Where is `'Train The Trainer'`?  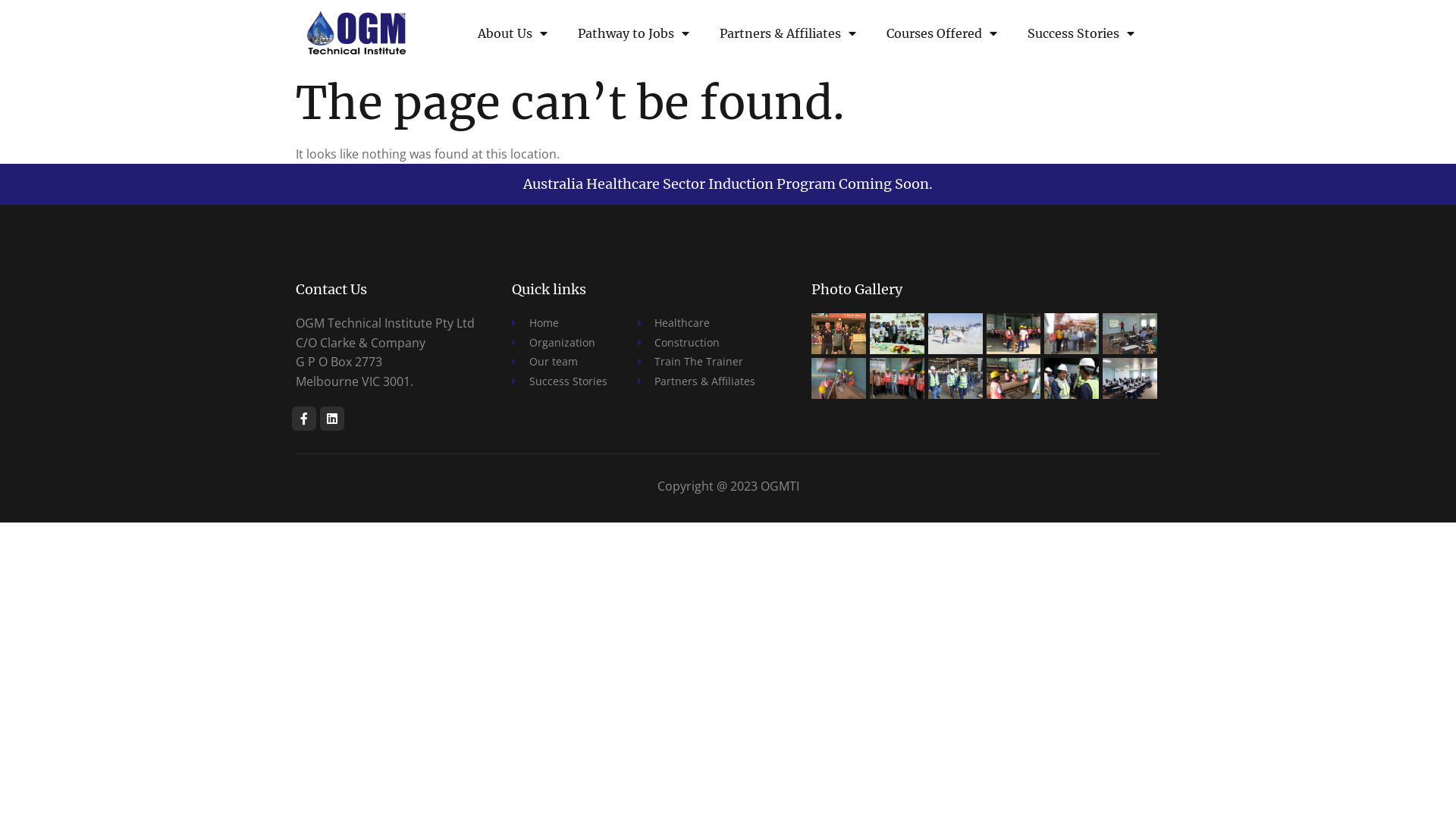 'Train The Trainer' is located at coordinates (695, 362).